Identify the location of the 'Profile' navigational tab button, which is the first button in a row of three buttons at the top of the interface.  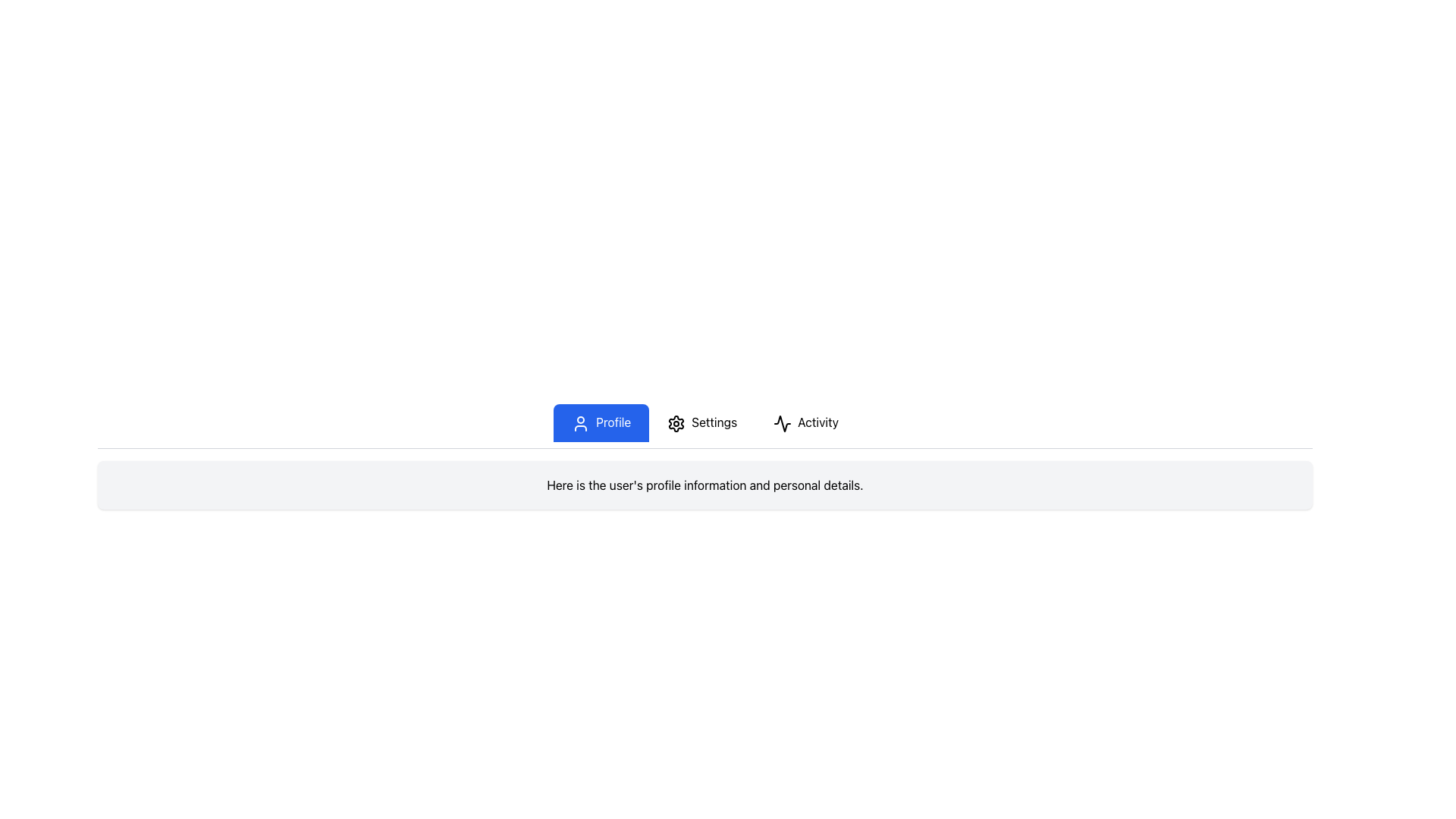
(601, 422).